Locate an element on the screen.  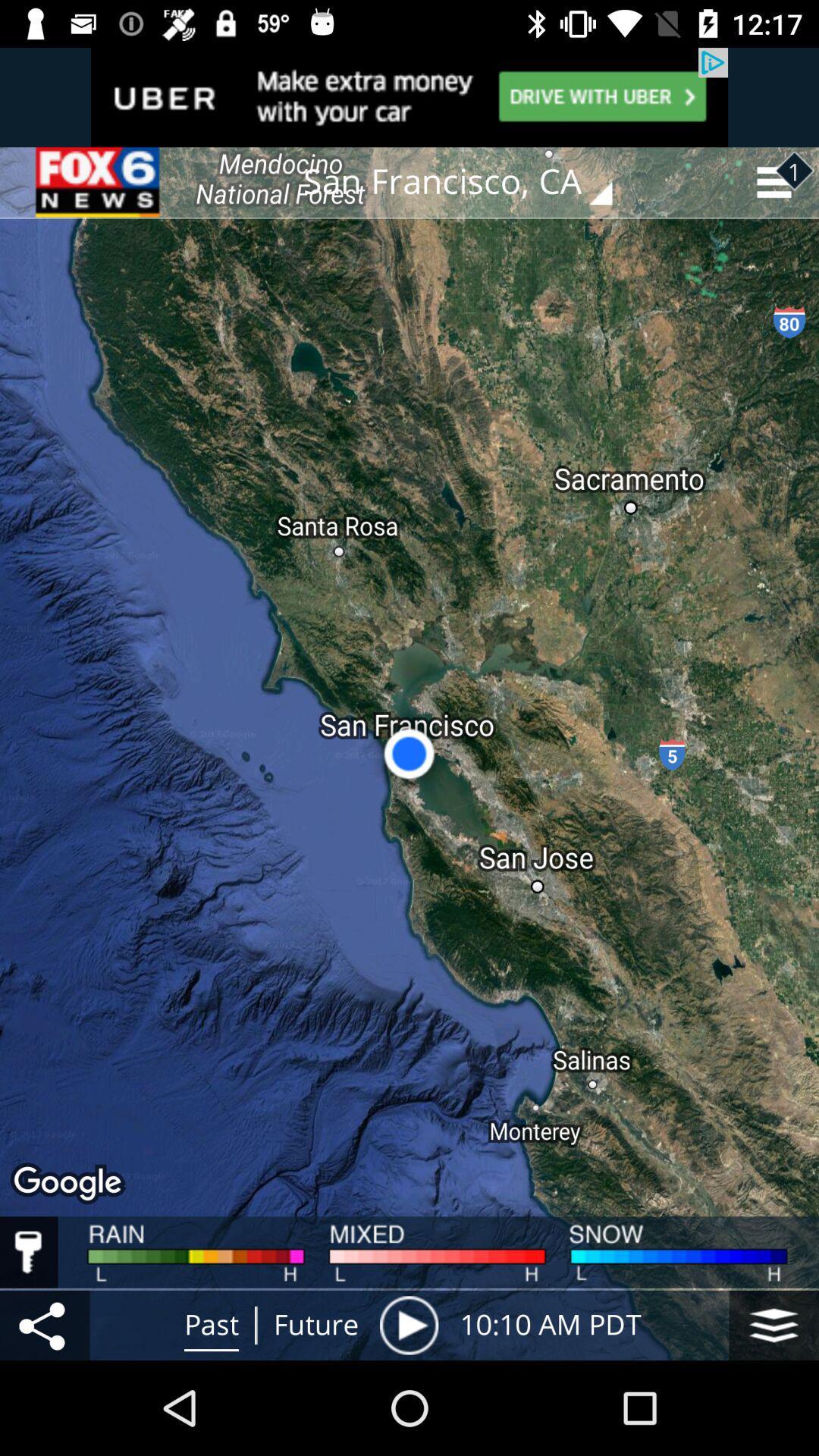
icon to the left of past is located at coordinates (44, 1324).